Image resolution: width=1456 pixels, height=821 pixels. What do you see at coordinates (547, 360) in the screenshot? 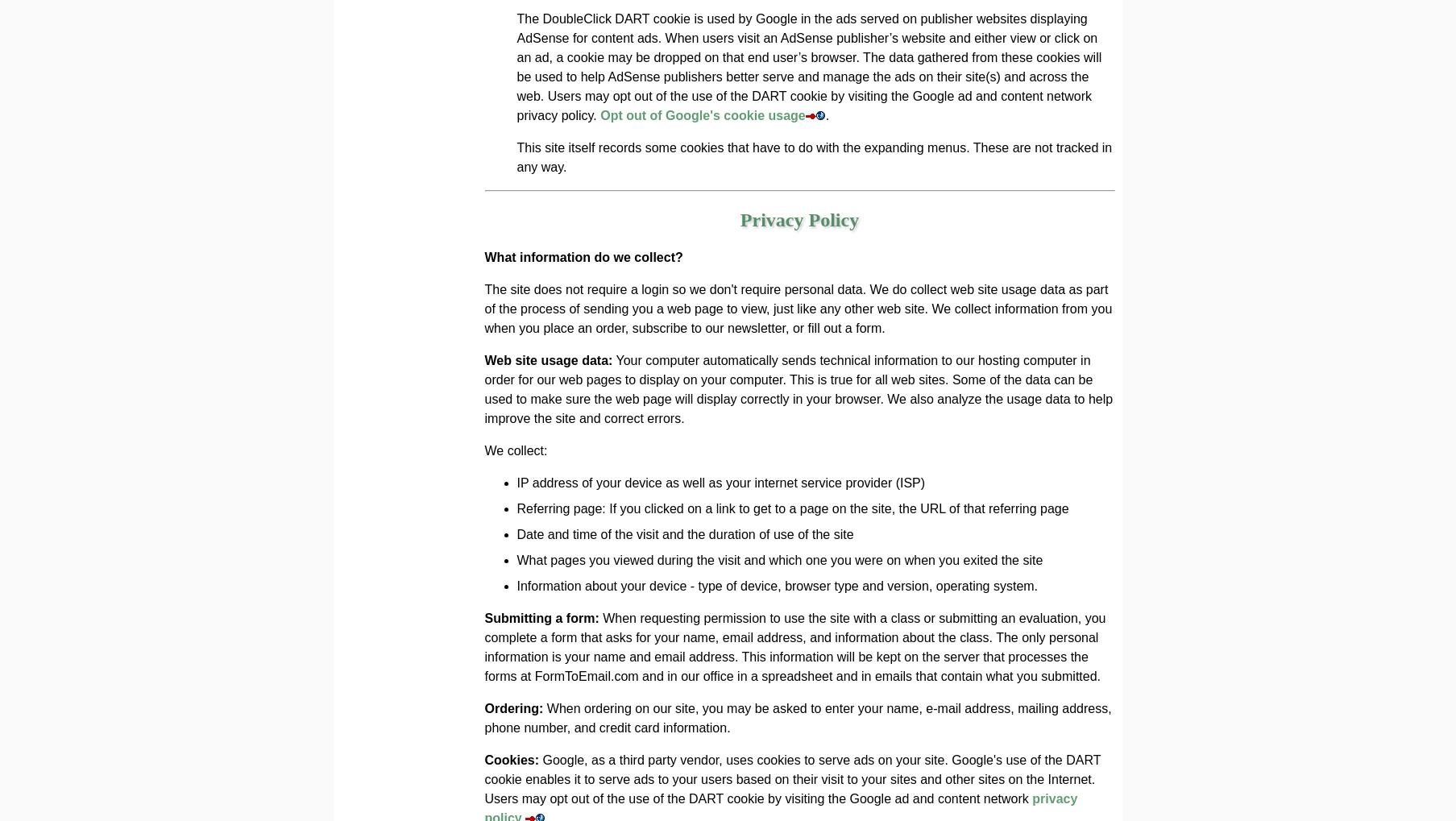
I see `'Web site usage data:'` at bounding box center [547, 360].